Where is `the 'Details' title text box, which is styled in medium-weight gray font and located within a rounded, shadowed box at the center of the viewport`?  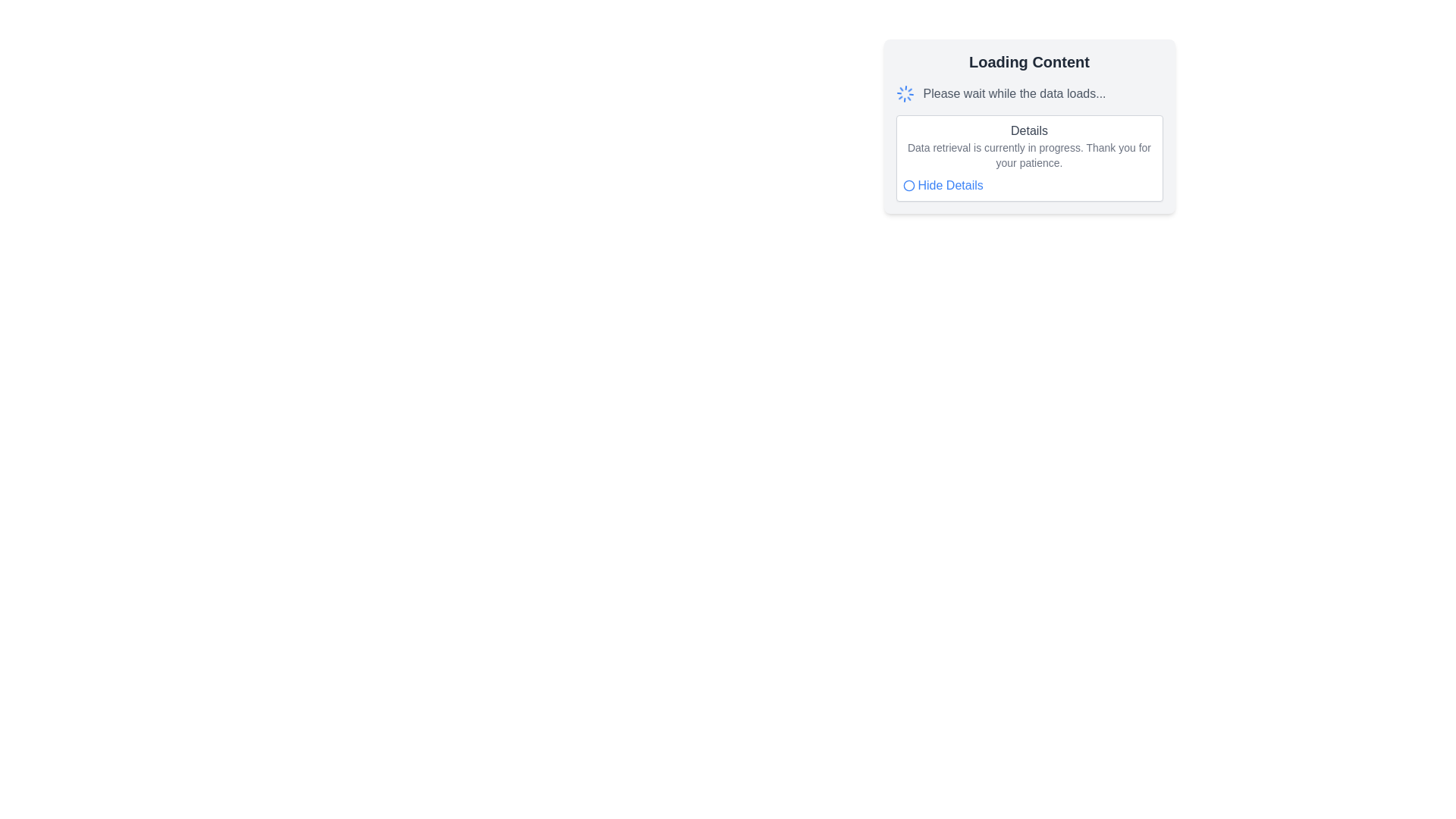 the 'Details' title text box, which is styled in medium-weight gray font and located within a rounded, shadowed box at the center of the viewport is located at coordinates (1029, 125).